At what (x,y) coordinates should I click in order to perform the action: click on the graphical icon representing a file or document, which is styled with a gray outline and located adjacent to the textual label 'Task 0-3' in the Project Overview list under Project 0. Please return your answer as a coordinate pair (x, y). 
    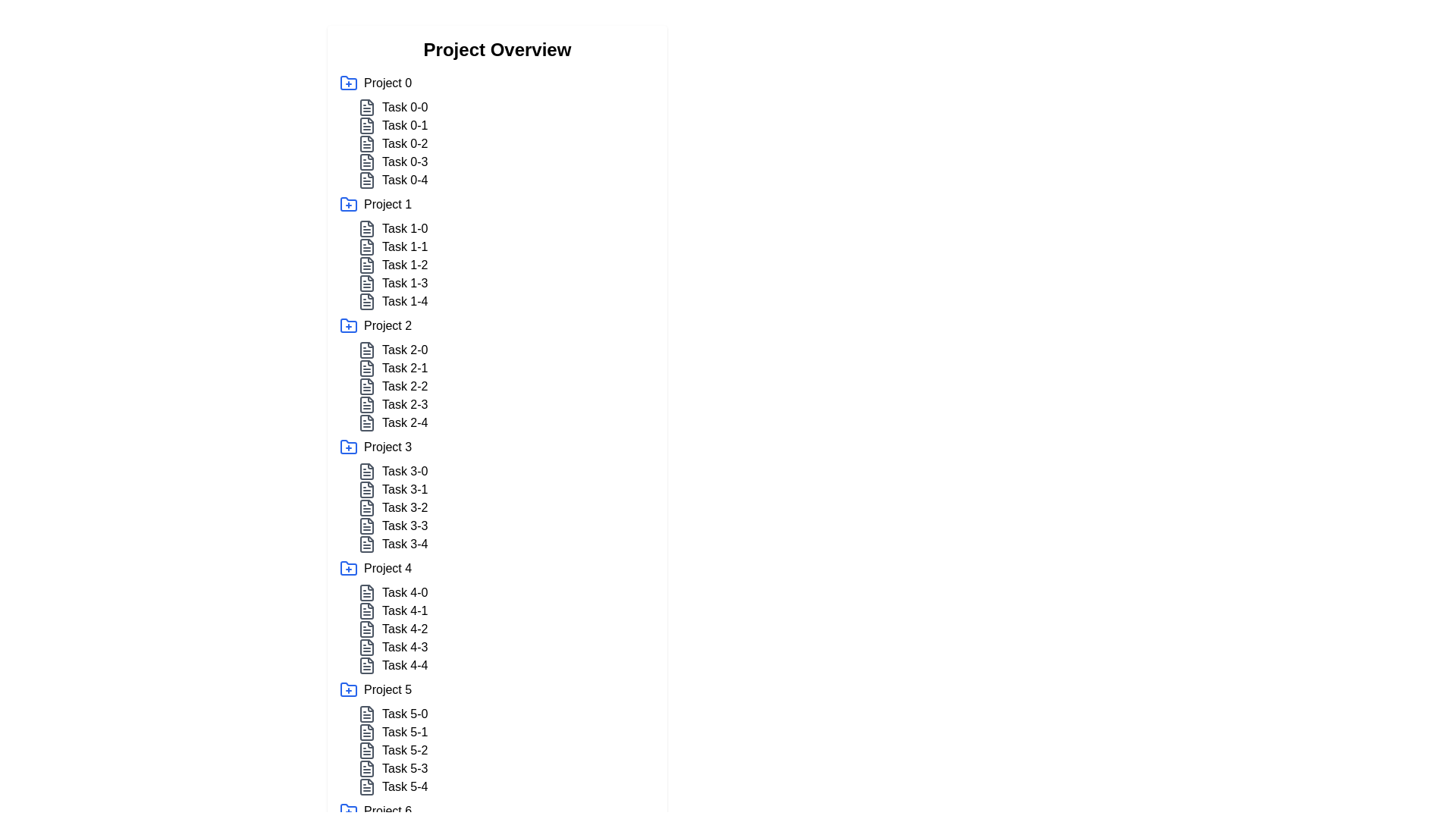
    Looking at the image, I should click on (367, 180).